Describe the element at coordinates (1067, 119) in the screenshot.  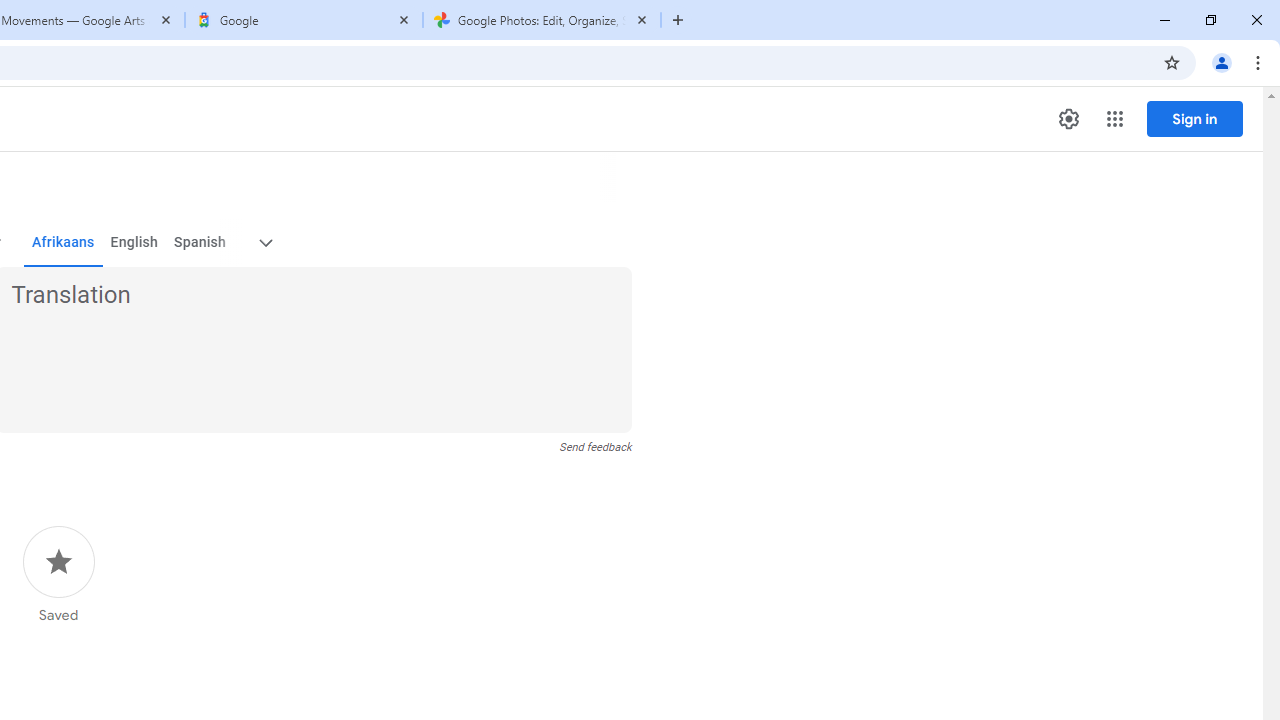
I see `'Settings'` at that location.